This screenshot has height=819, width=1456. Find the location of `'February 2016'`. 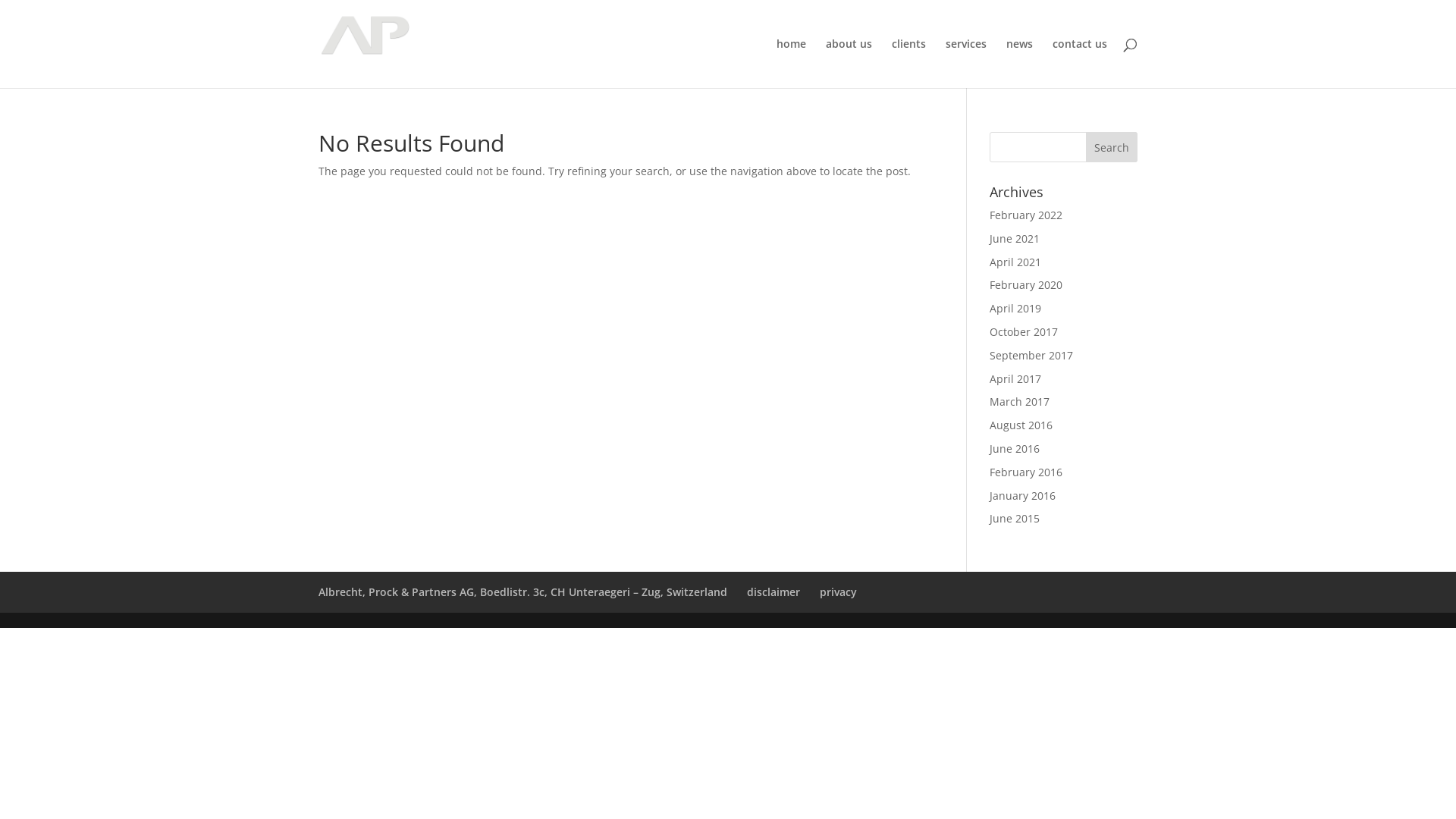

'February 2016' is located at coordinates (1026, 471).